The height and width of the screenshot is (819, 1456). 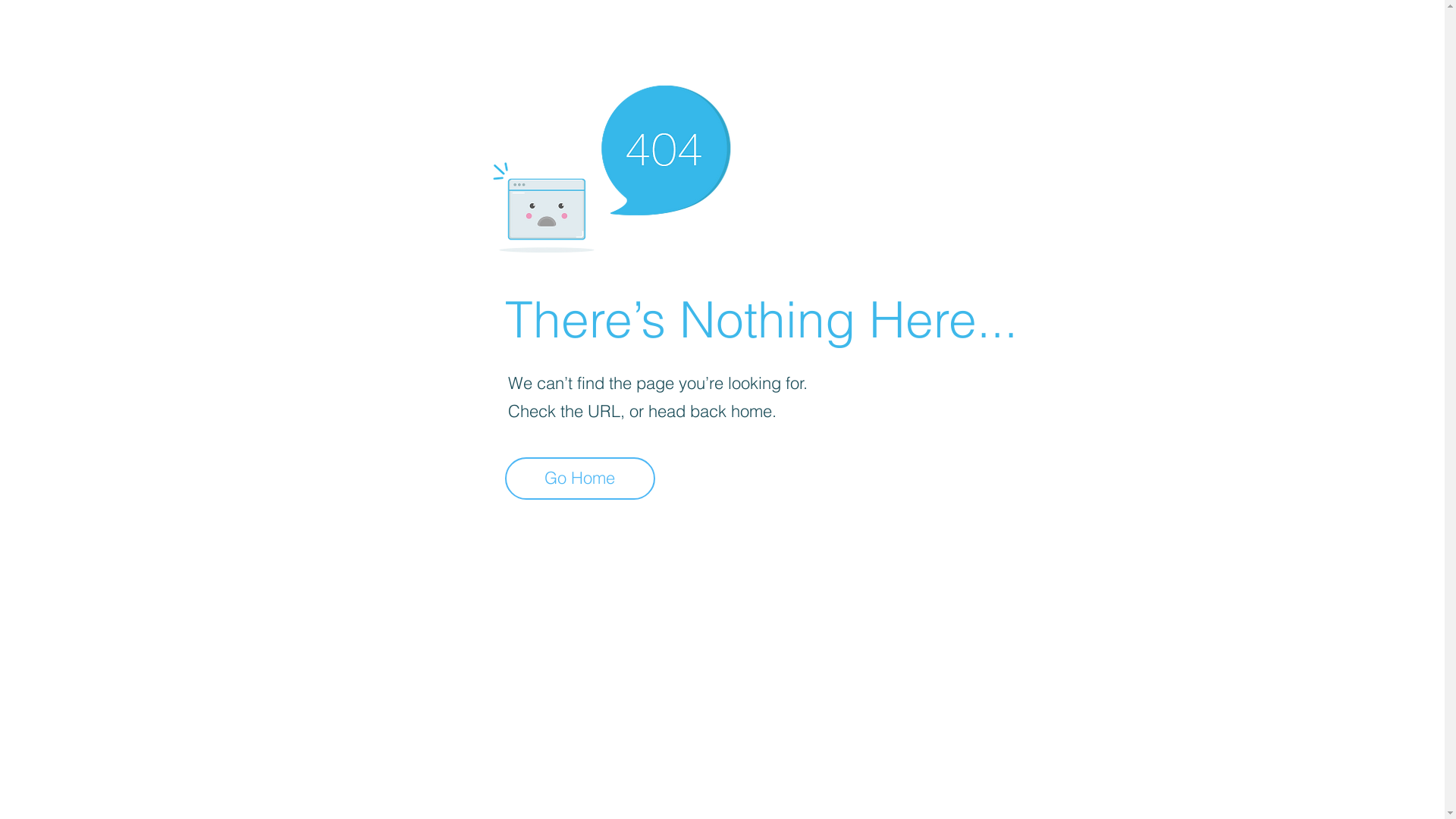 I want to click on 'Go Home', so click(x=579, y=479).